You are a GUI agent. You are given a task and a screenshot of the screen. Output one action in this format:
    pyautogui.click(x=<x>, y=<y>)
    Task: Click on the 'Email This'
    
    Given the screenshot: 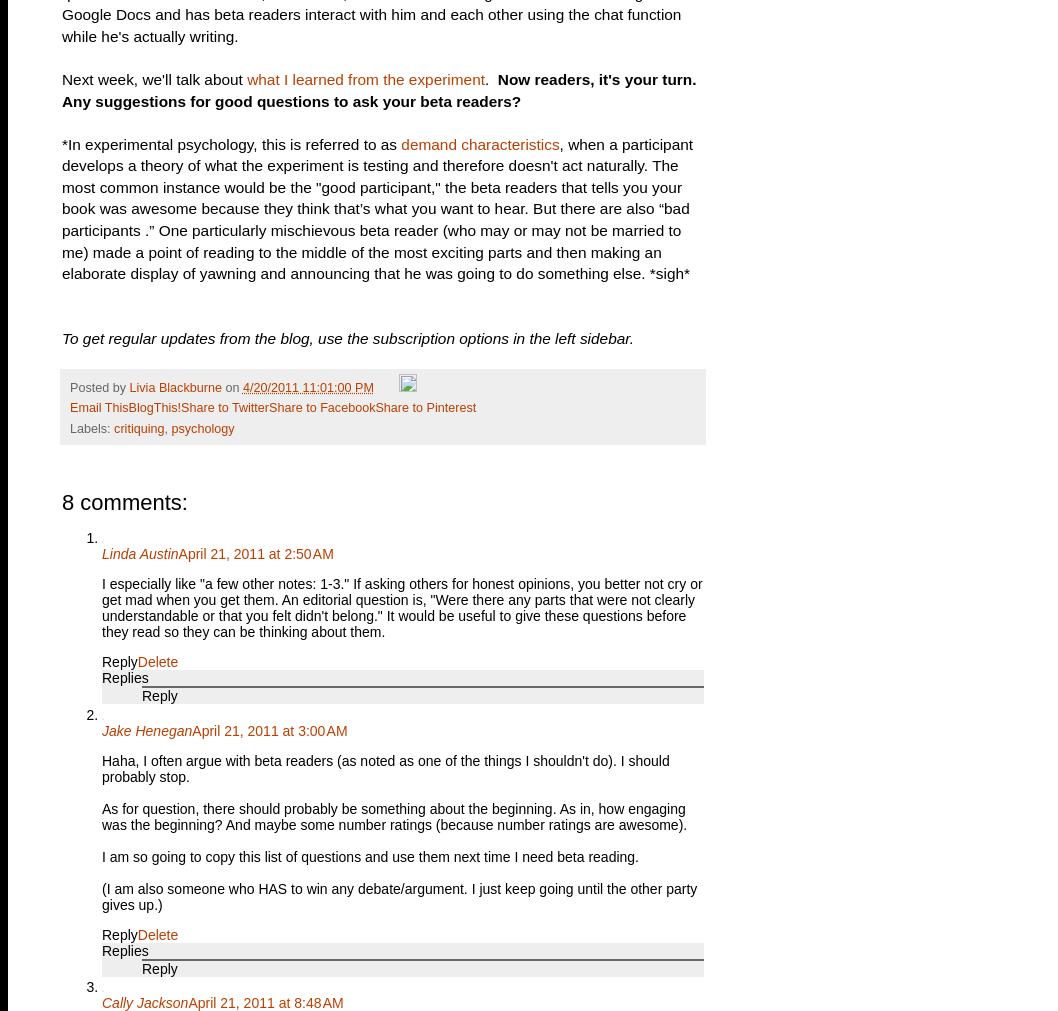 What is the action you would take?
    pyautogui.click(x=98, y=407)
    